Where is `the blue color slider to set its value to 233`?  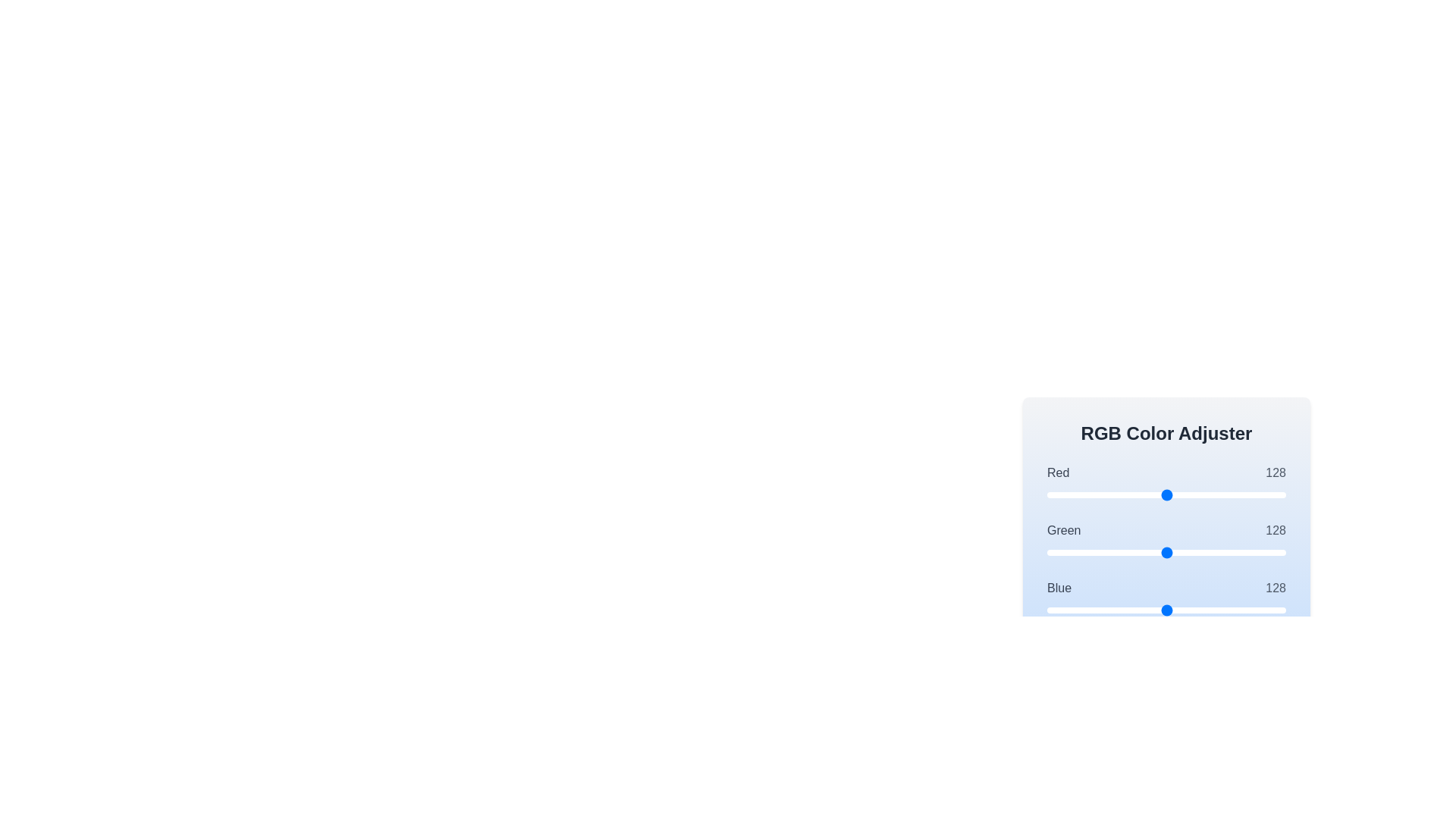
the blue color slider to set its value to 233 is located at coordinates (1265, 610).